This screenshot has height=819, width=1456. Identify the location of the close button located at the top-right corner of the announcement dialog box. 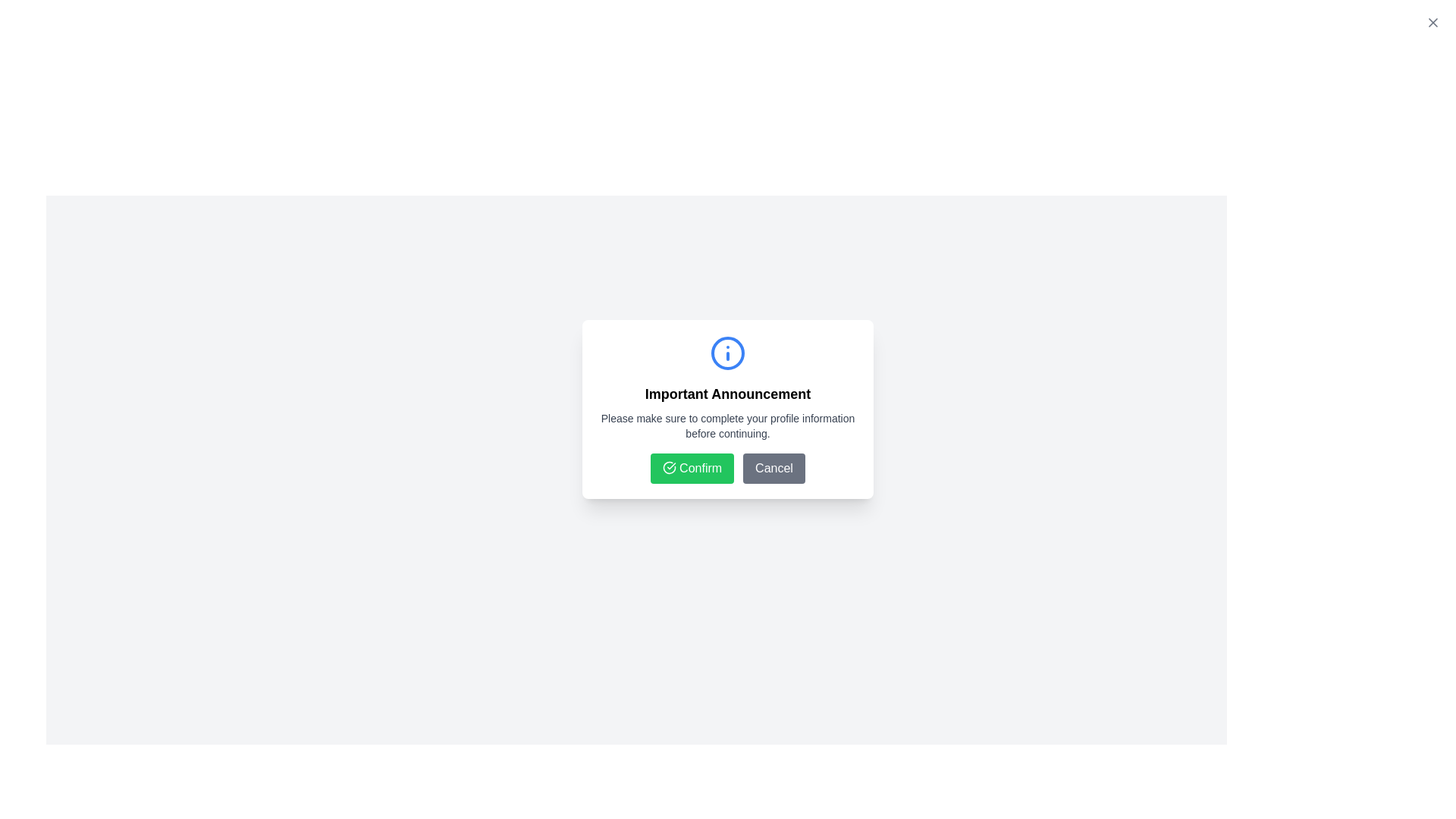
(1432, 23).